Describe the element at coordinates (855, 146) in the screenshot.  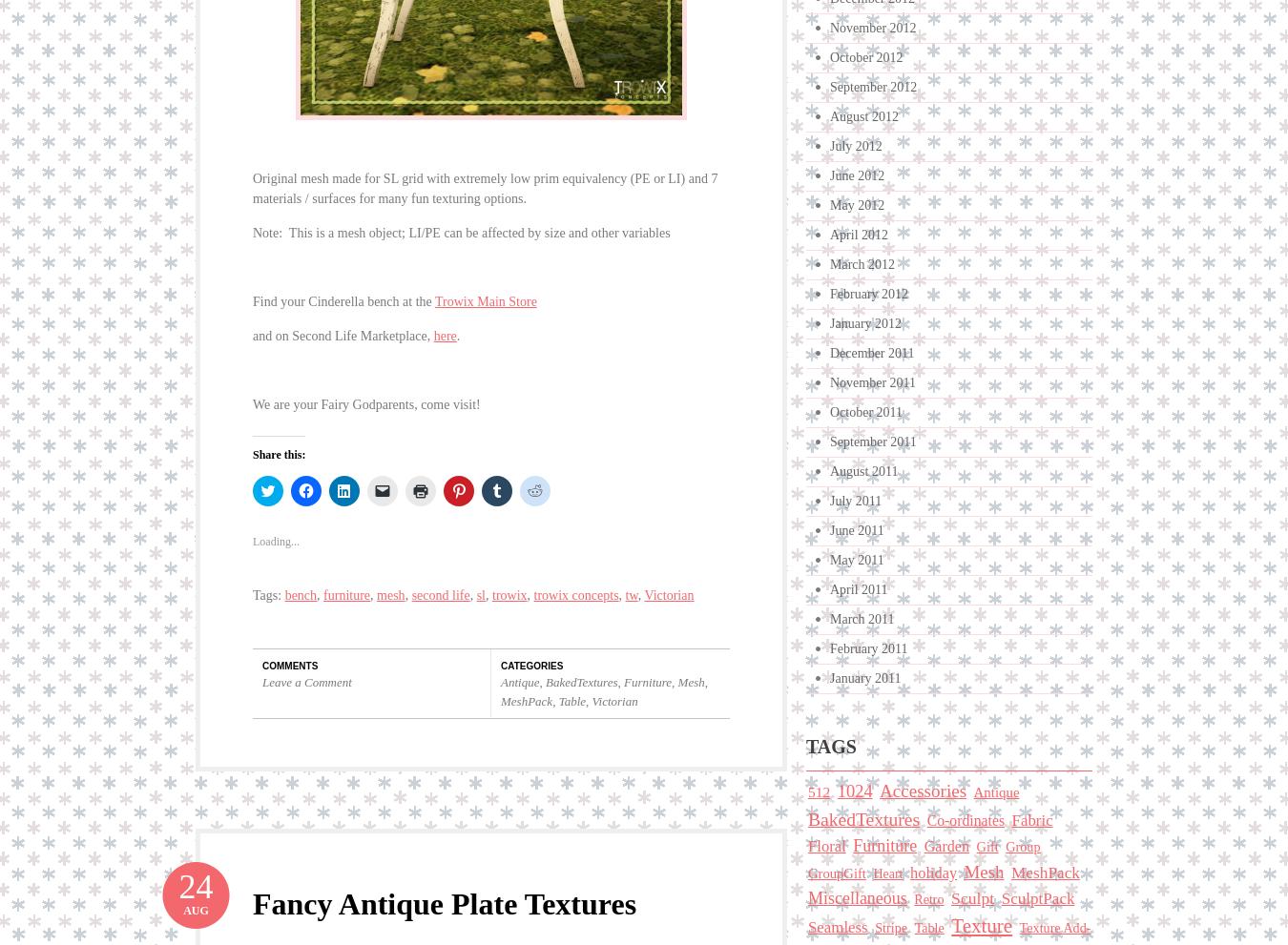
I see `'July 2012'` at that location.